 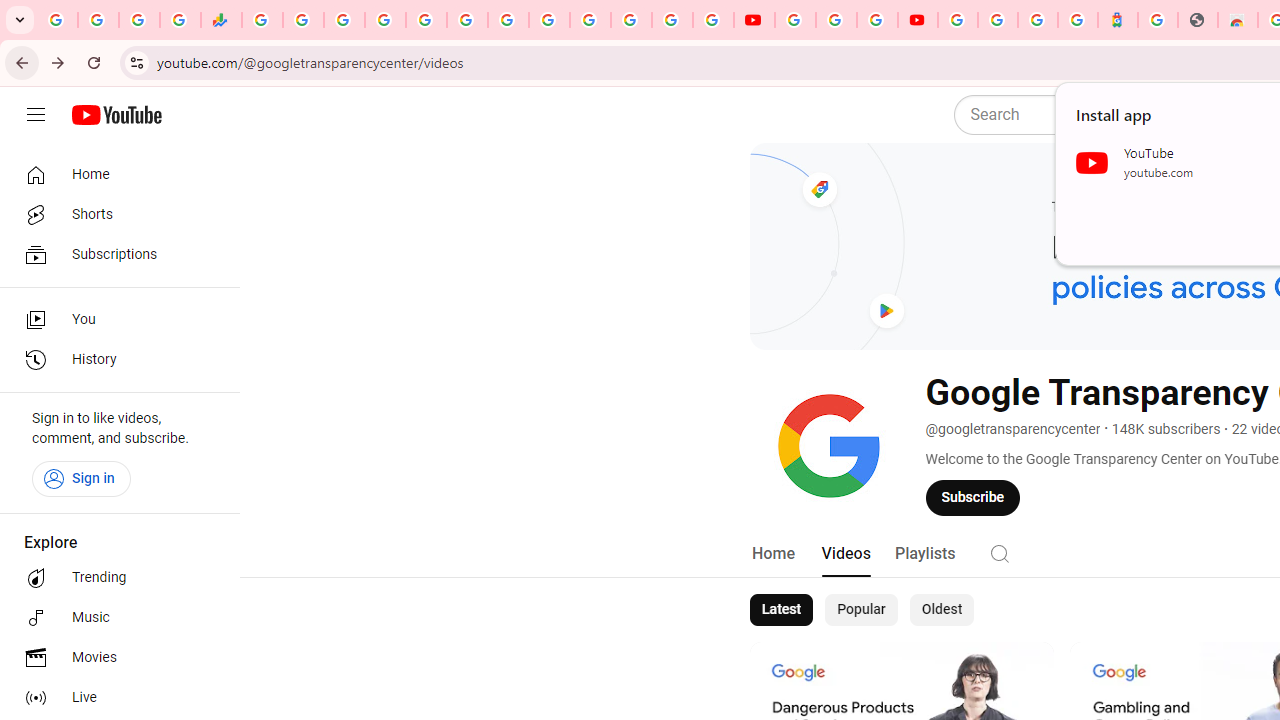 I want to click on 'Google Workspace Admin Community', so click(x=57, y=20).